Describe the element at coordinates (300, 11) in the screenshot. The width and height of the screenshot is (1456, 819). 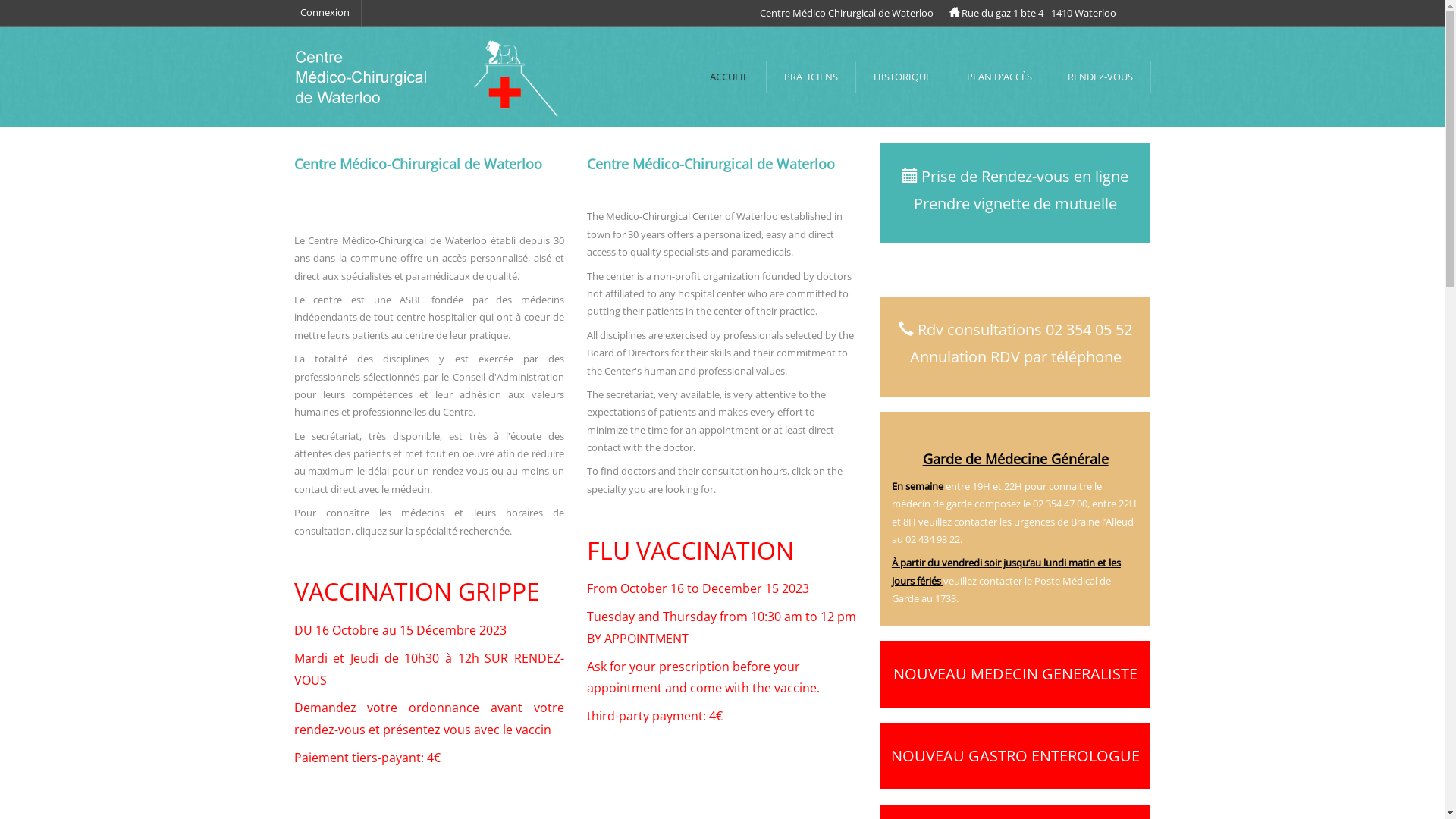
I see `'Connexion'` at that location.